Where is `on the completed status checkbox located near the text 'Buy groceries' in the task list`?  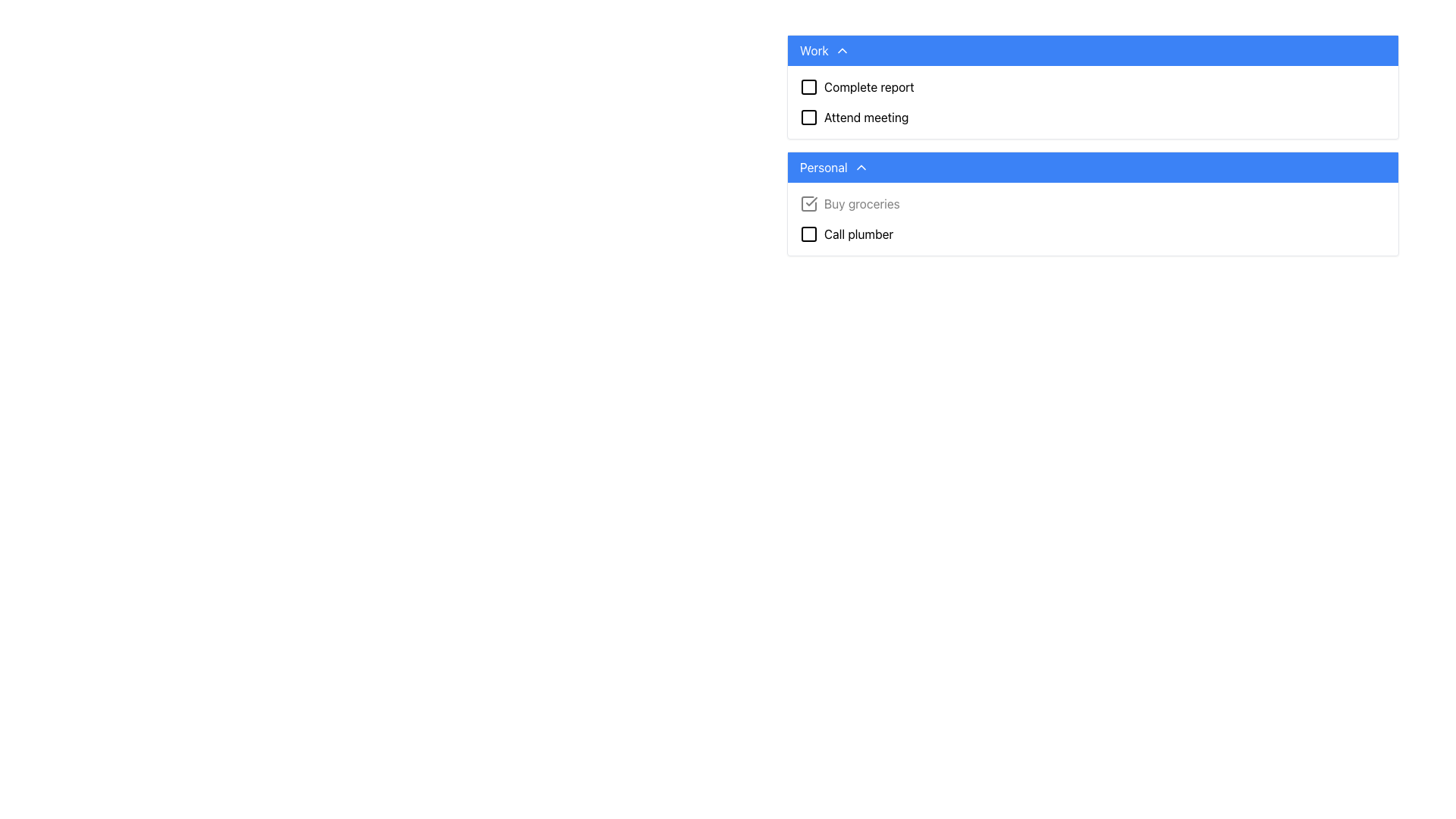 on the completed status checkbox located near the text 'Buy groceries' in the task list is located at coordinates (808, 203).